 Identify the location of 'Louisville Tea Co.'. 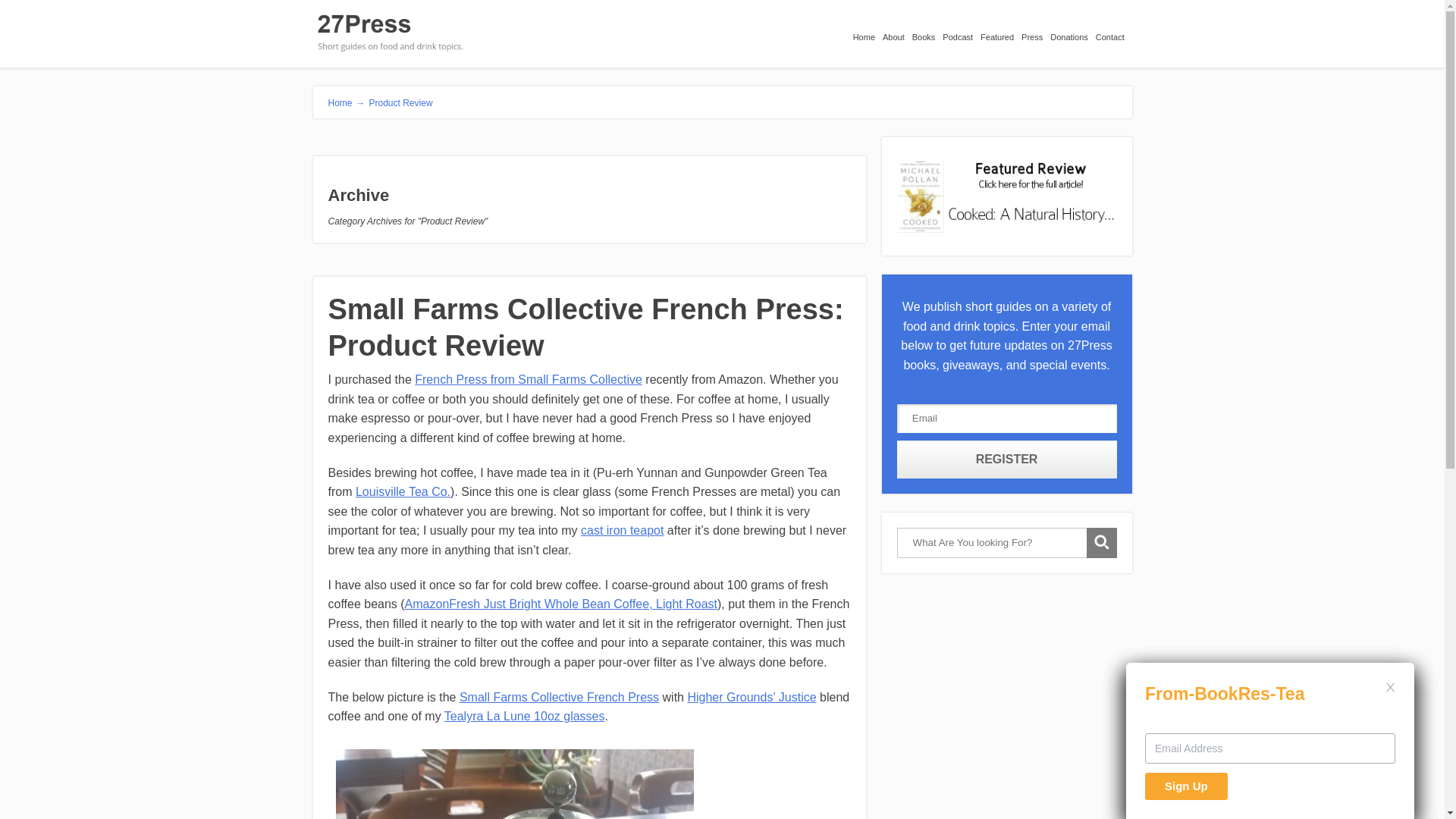
(403, 491).